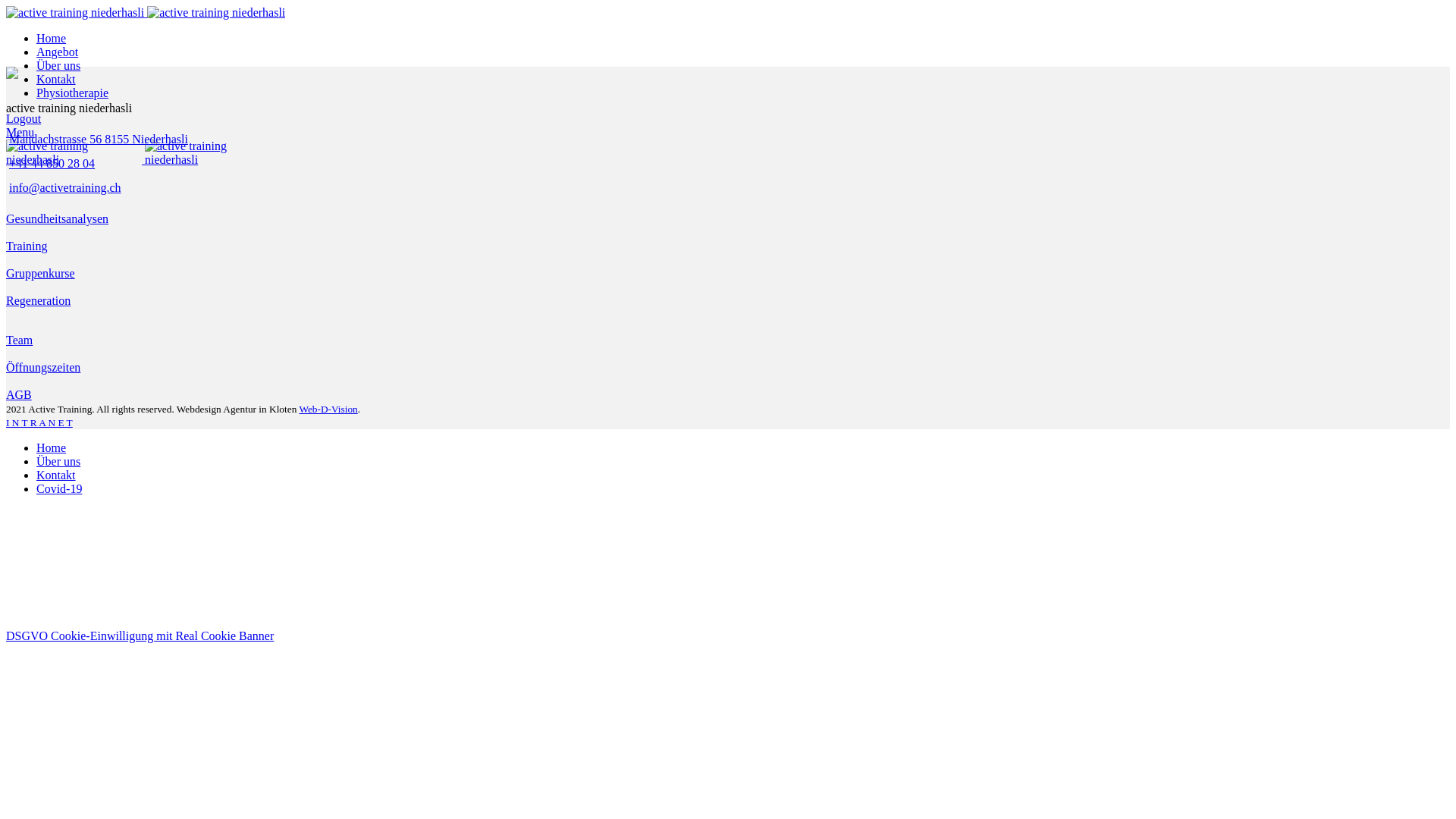 This screenshot has height=819, width=1456. I want to click on 'Web-D-Vision', so click(327, 408).